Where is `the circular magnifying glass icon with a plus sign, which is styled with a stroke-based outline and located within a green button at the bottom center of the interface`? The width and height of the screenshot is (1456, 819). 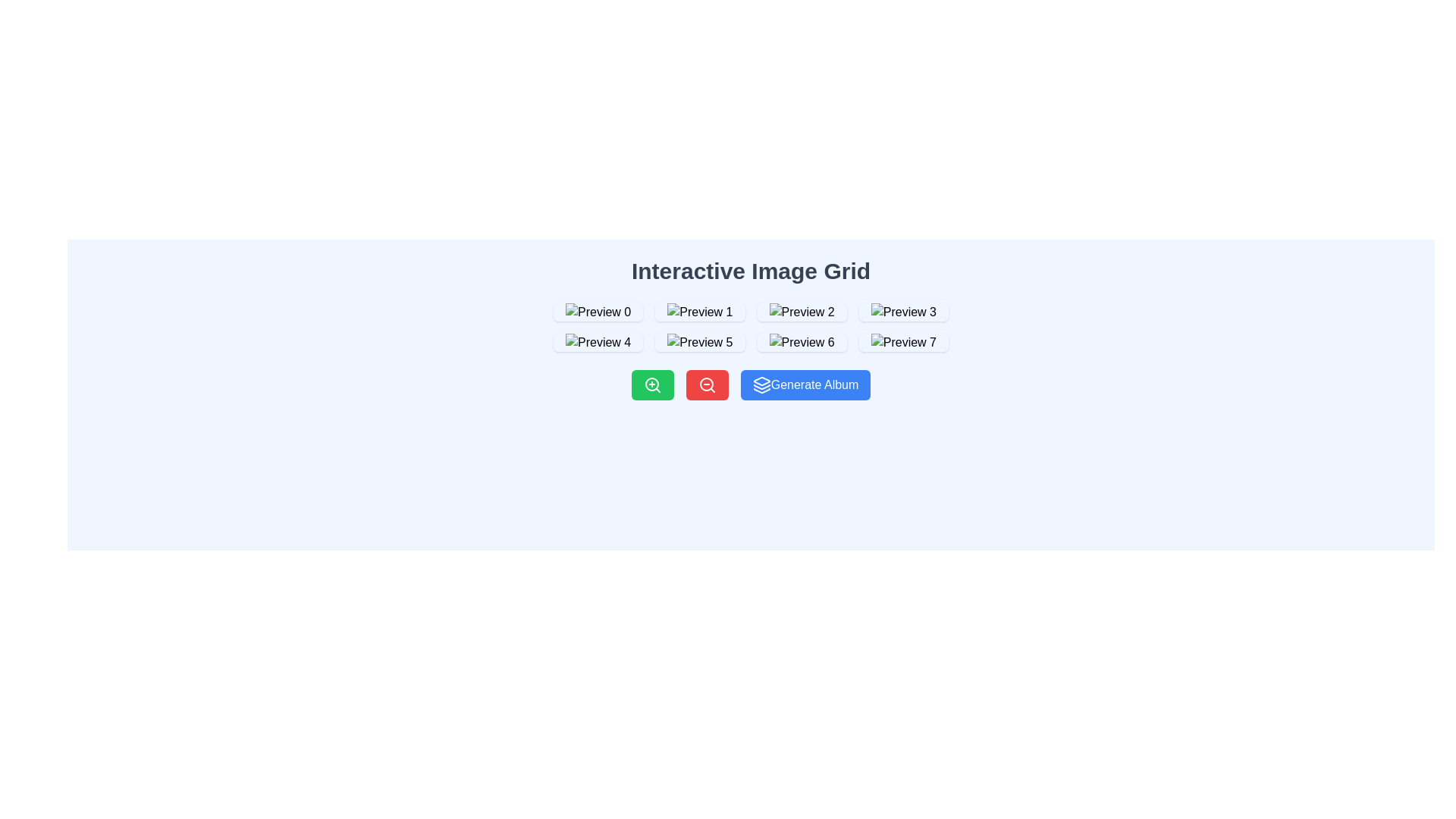 the circular magnifying glass icon with a plus sign, which is styled with a stroke-based outline and located within a green button at the bottom center of the interface is located at coordinates (652, 384).